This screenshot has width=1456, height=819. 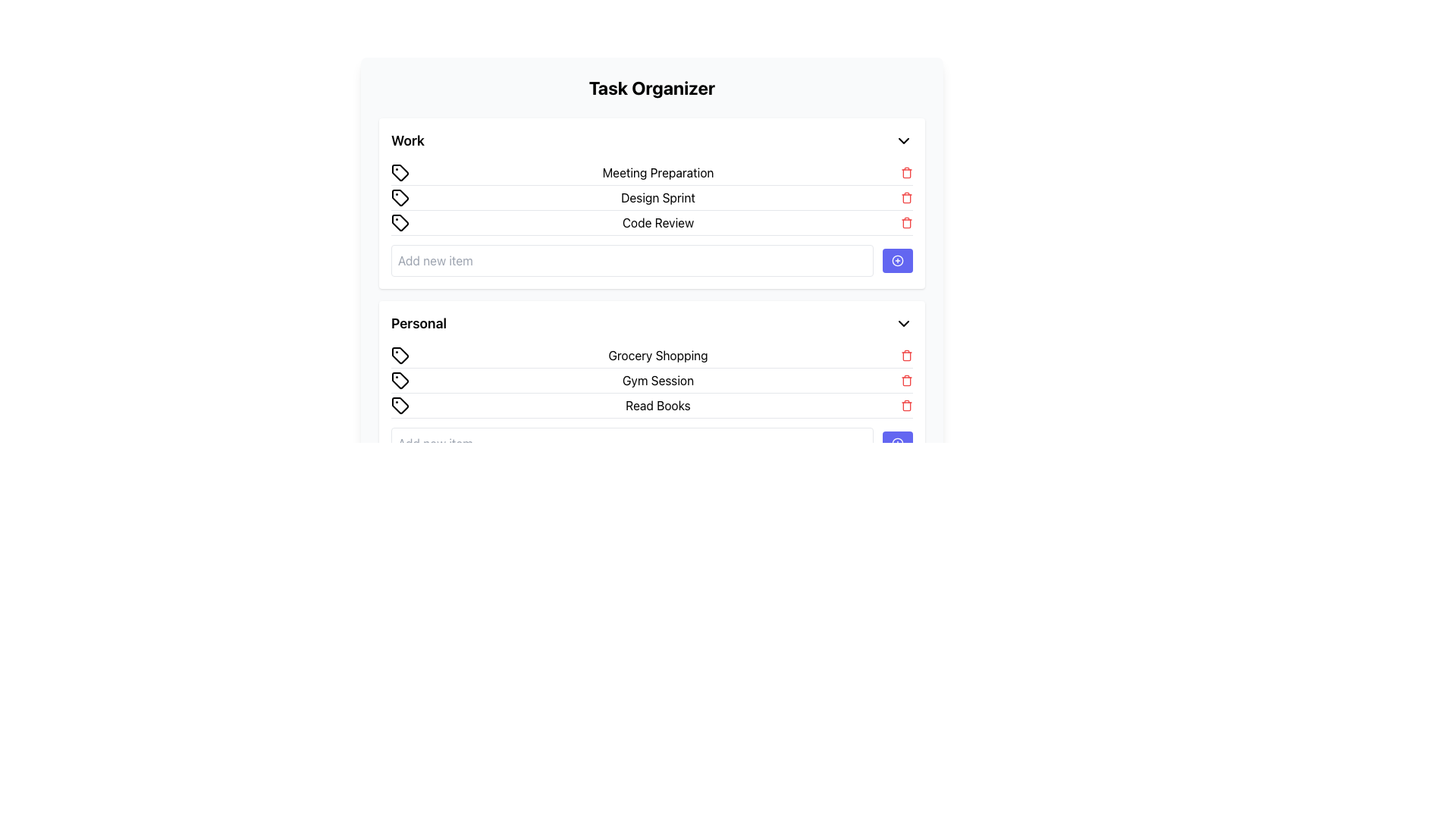 I want to click on the downward-pointing chevron icon with a black outline located at the top right corner of the 'Work' section header, so click(x=903, y=140).